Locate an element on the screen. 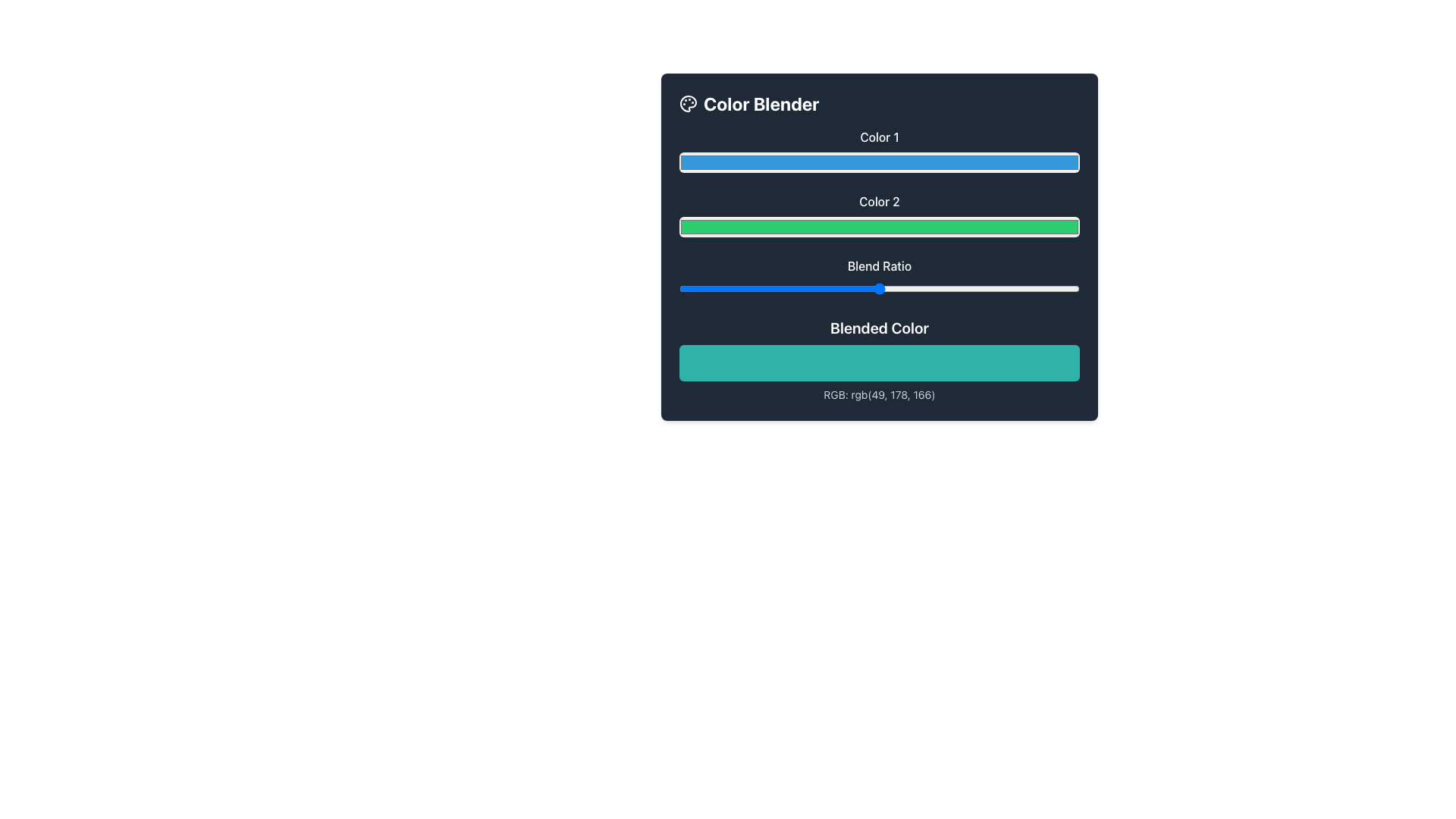 This screenshot has width=1456, height=819. the Blend Ratio slider is located at coordinates (951, 289).